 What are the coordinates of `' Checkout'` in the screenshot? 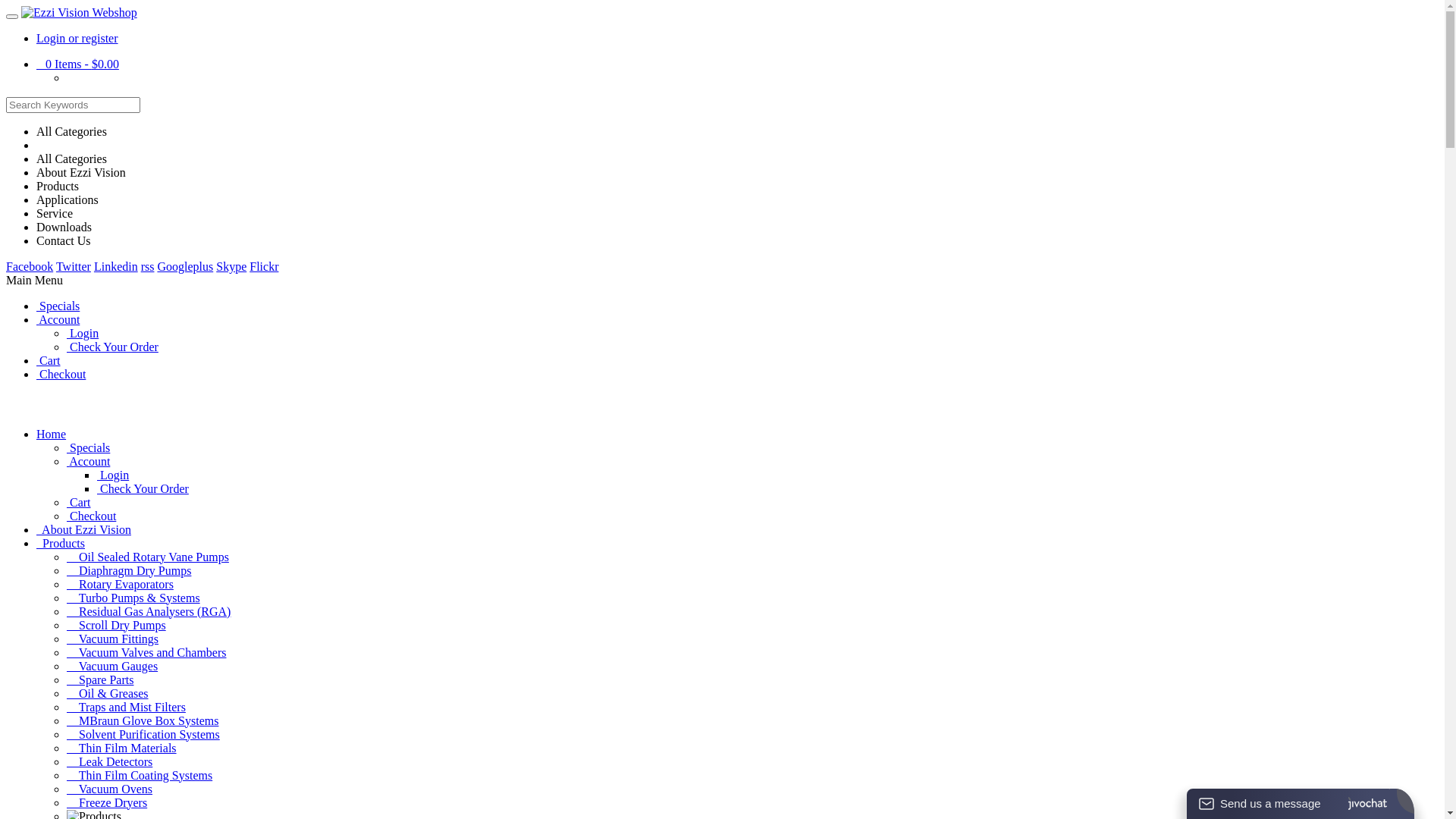 It's located at (36, 374).